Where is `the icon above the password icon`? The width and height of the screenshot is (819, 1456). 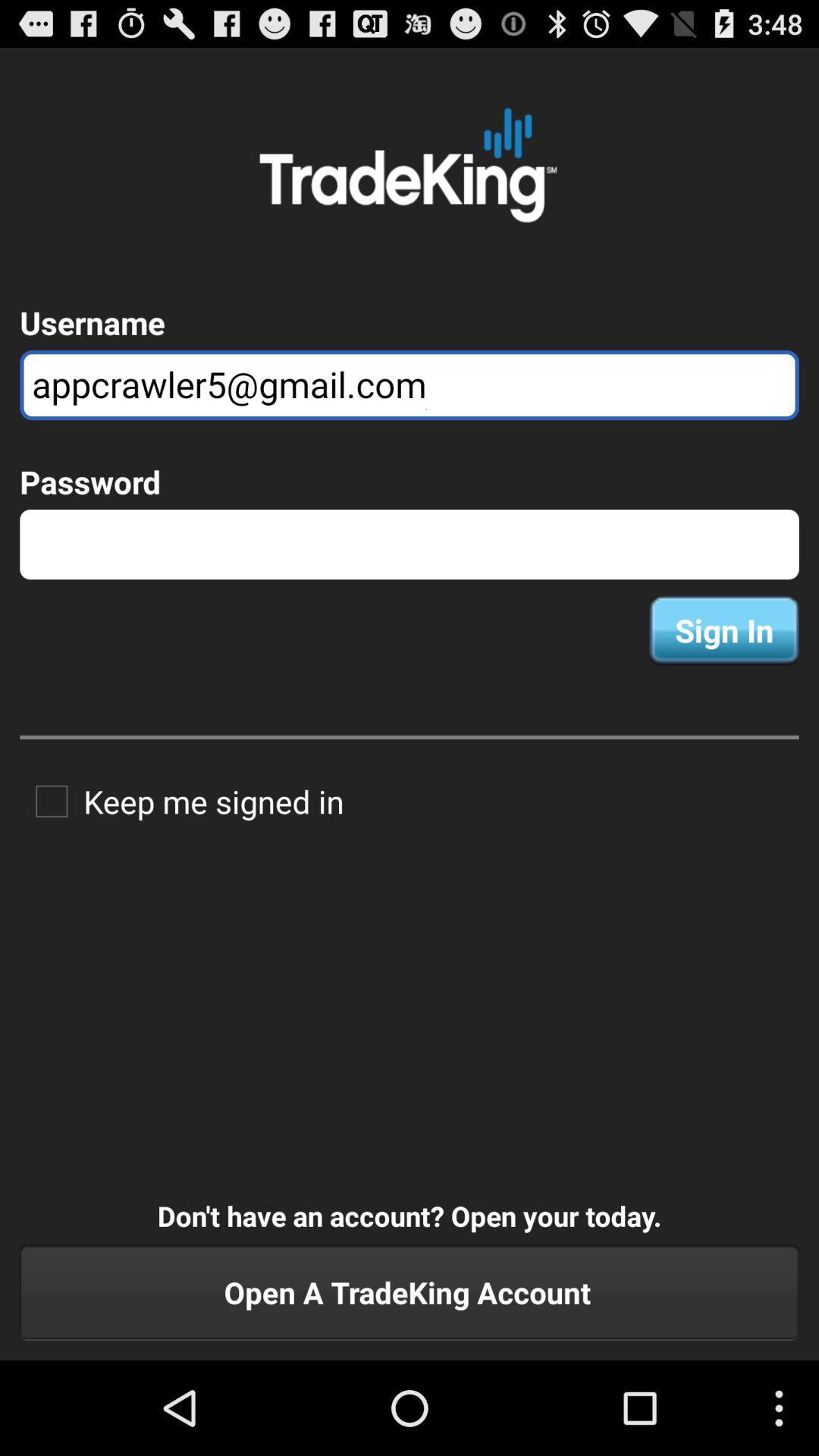 the icon above the password icon is located at coordinates (409, 385).